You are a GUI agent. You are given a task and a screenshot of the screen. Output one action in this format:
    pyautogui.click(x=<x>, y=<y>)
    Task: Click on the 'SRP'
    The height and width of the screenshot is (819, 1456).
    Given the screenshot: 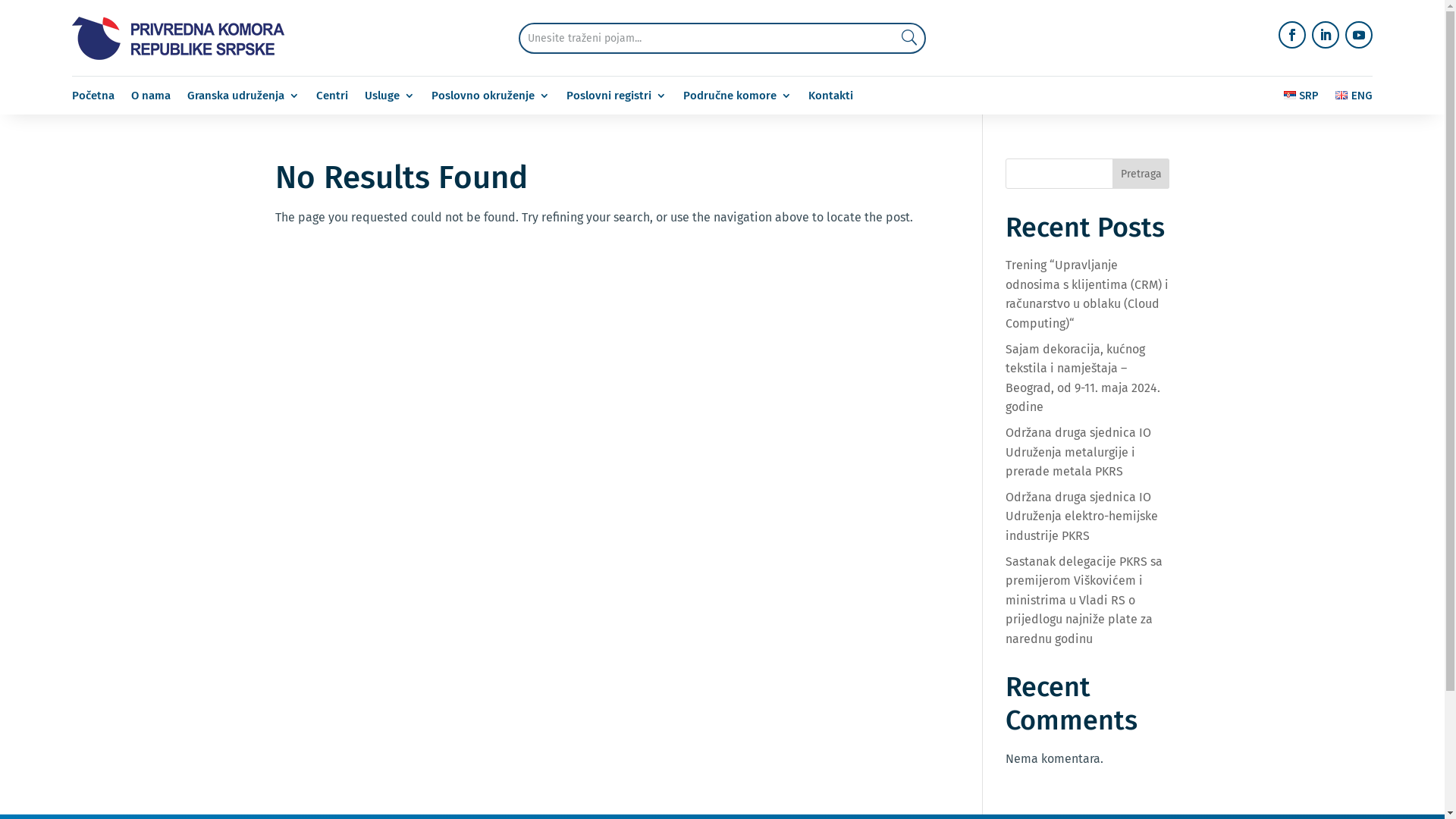 What is the action you would take?
    pyautogui.click(x=1301, y=99)
    